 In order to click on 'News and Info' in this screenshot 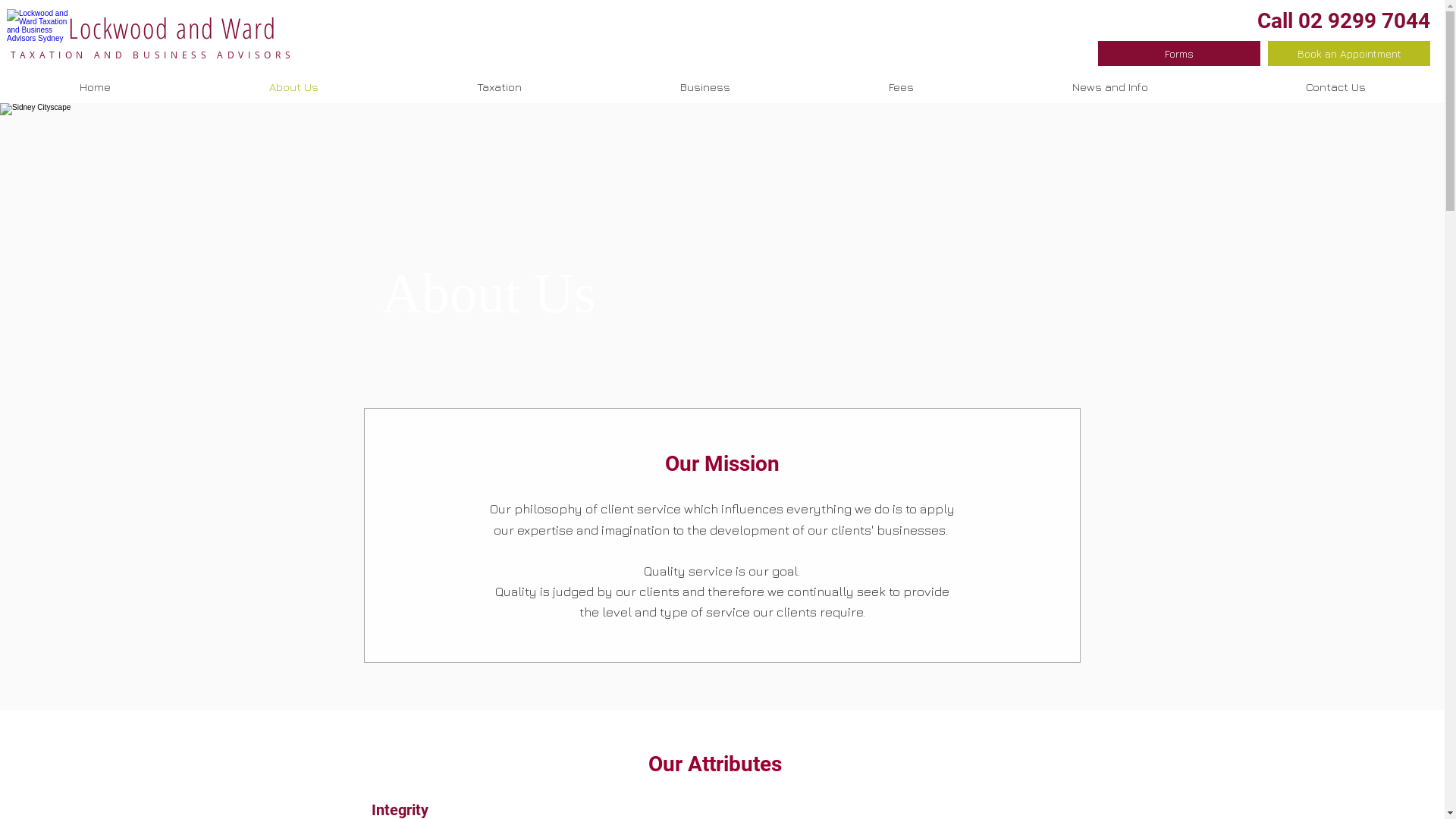, I will do `click(1109, 87)`.